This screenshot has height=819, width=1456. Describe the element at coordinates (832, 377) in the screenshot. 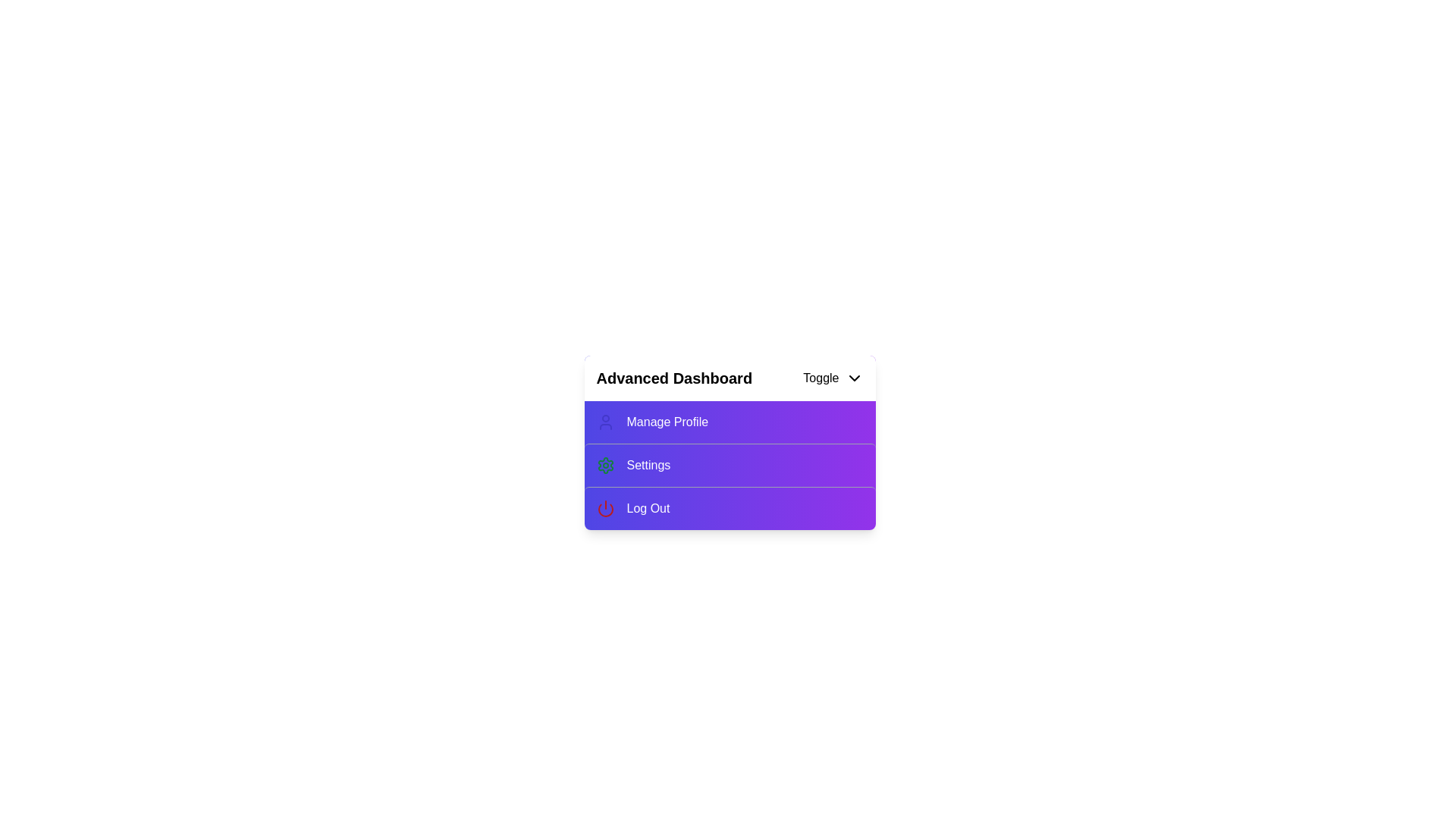

I see `the toggle button to expand or collapse the menu` at that location.